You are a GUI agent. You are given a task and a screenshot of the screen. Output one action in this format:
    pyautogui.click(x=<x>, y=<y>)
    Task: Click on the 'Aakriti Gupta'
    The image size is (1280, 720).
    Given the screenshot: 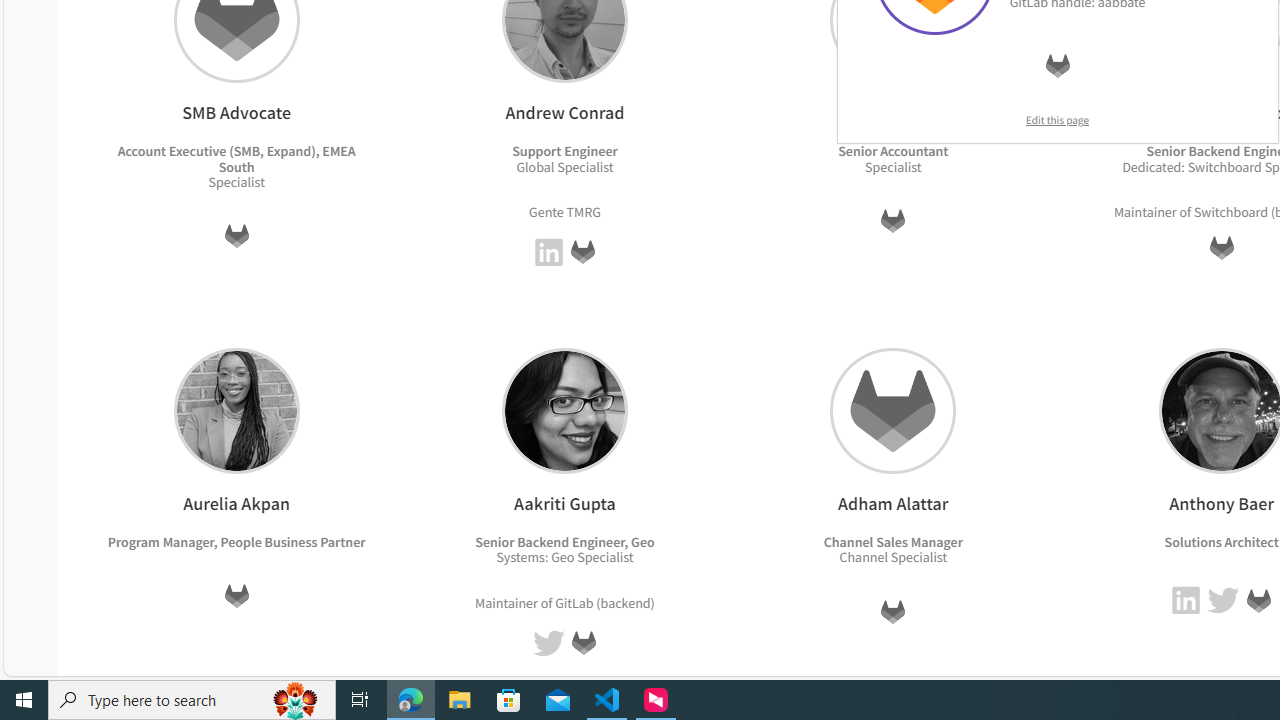 What is the action you would take?
    pyautogui.click(x=563, y=409)
    